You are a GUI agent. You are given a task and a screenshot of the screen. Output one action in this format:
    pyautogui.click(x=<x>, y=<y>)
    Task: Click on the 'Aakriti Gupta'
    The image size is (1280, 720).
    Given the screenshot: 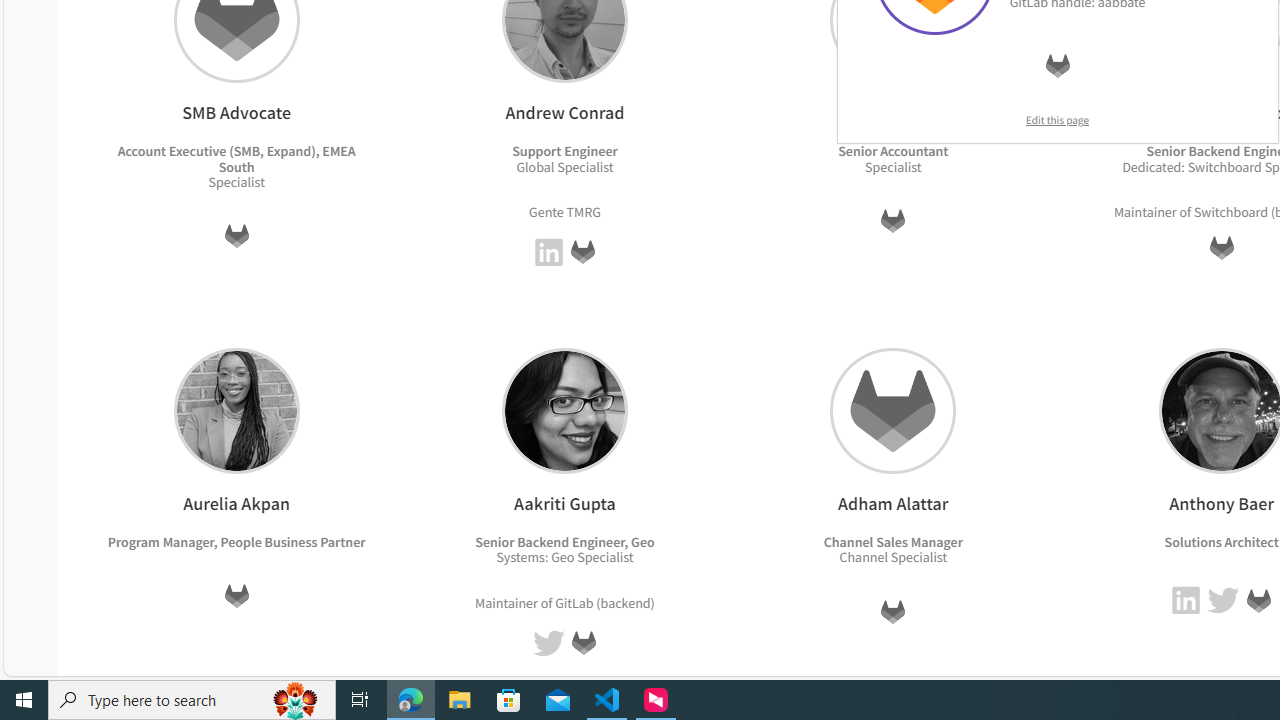 What is the action you would take?
    pyautogui.click(x=563, y=409)
    